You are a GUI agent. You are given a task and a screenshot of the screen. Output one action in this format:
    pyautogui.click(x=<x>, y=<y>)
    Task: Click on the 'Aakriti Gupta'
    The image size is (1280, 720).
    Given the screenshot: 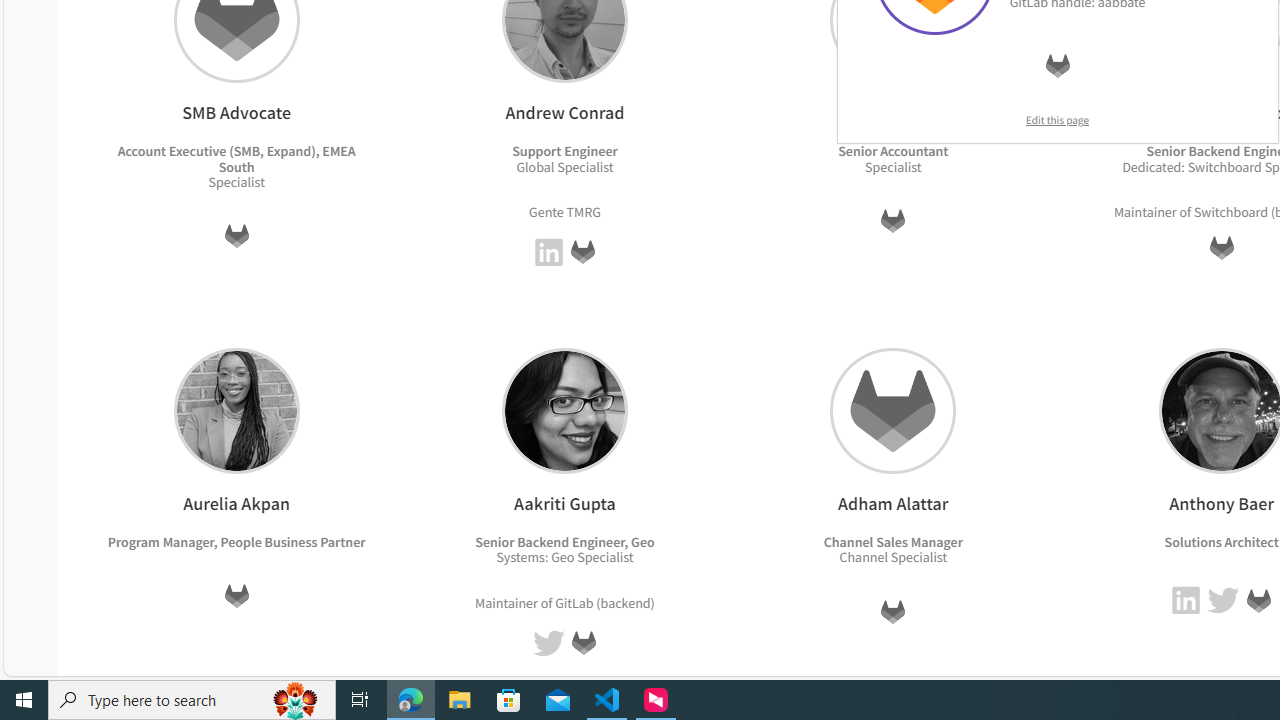 What is the action you would take?
    pyautogui.click(x=563, y=409)
    